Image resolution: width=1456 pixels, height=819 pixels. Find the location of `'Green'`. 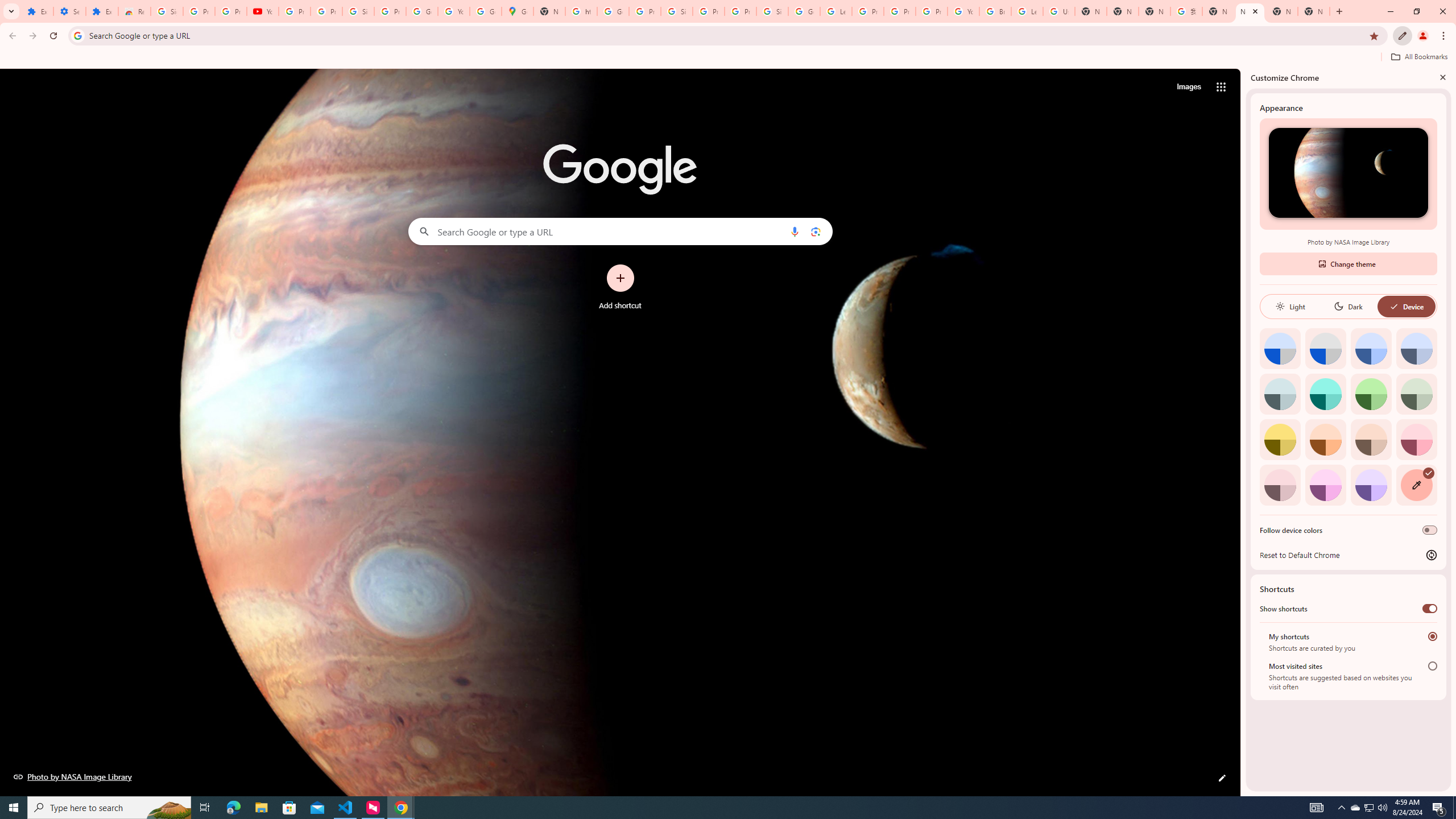

'Green' is located at coordinates (1371, 394).